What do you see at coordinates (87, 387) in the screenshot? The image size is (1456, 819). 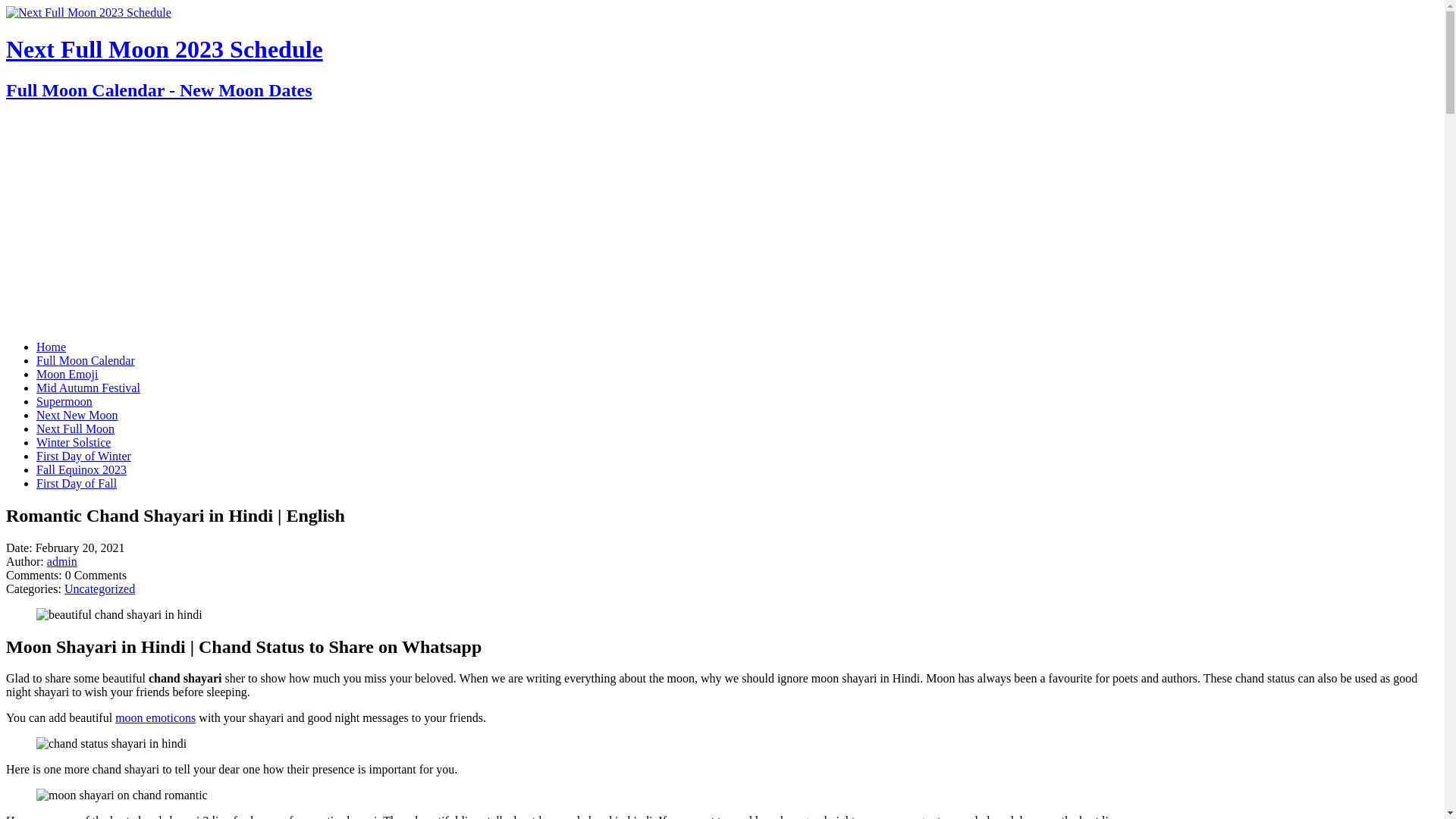 I see `'Mid Autumn Festival'` at bounding box center [87, 387].